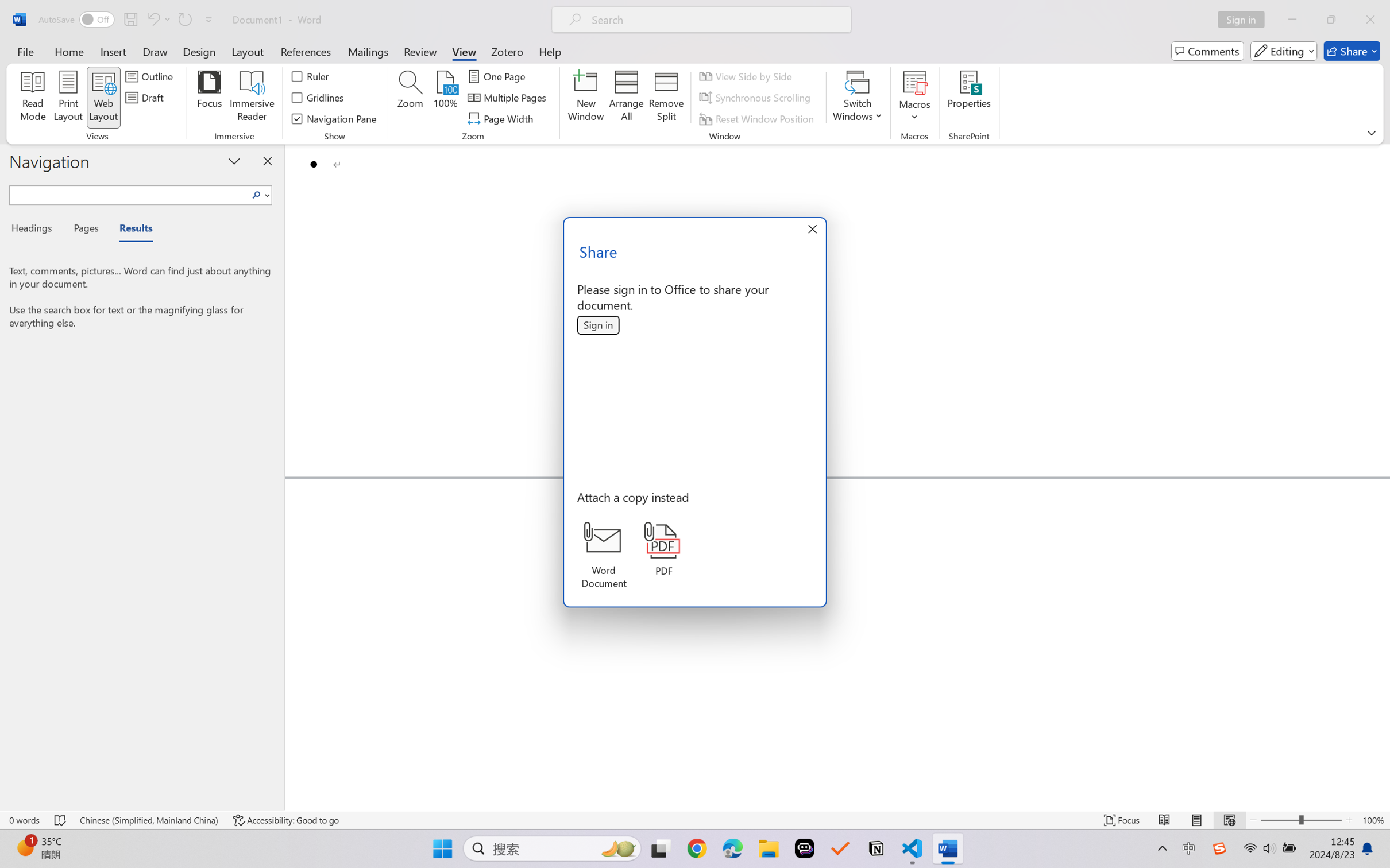 The height and width of the screenshot is (868, 1390). What do you see at coordinates (968, 98) in the screenshot?
I see `'Properties'` at bounding box center [968, 98].